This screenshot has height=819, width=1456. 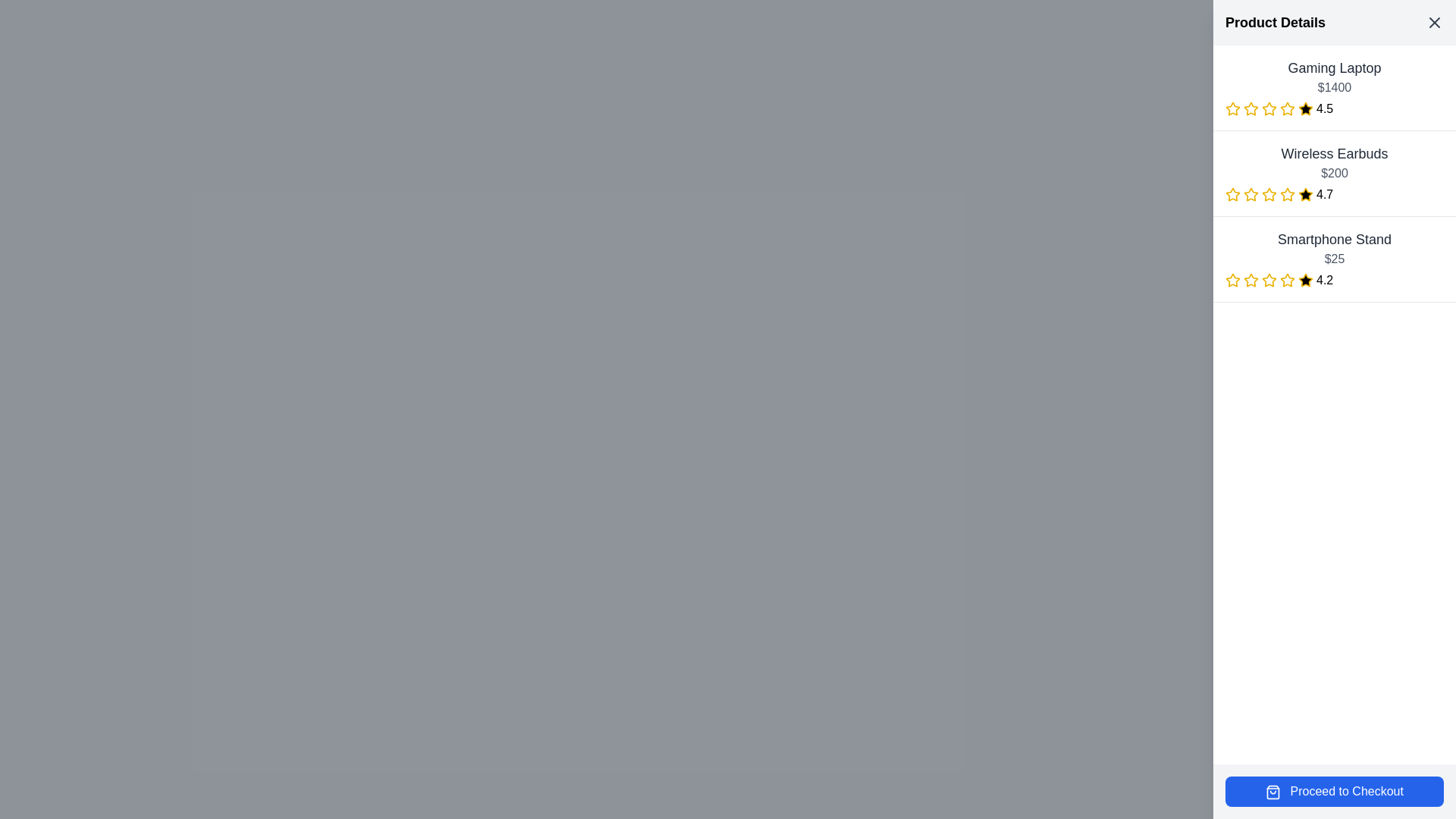 What do you see at coordinates (1335, 172) in the screenshot?
I see `the price text of the 'Wireless Earbuds' product` at bounding box center [1335, 172].